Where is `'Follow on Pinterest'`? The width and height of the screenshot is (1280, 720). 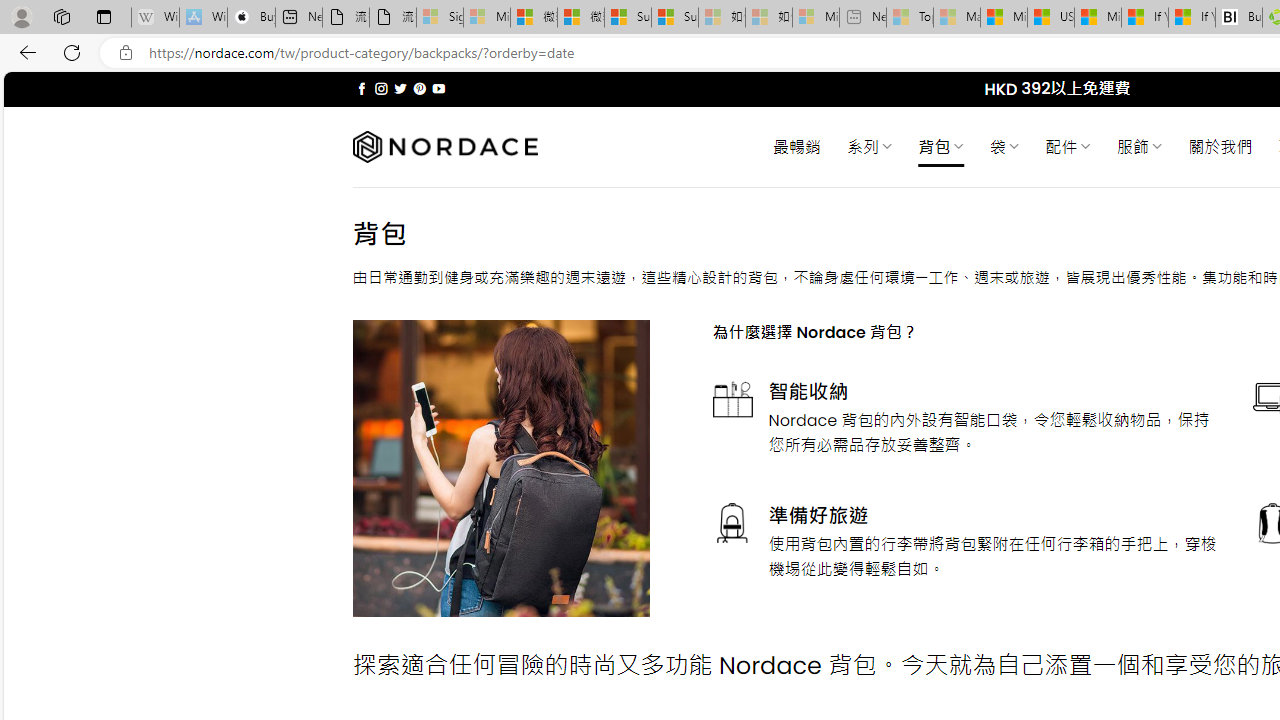
'Follow on Pinterest' is located at coordinates (418, 88).